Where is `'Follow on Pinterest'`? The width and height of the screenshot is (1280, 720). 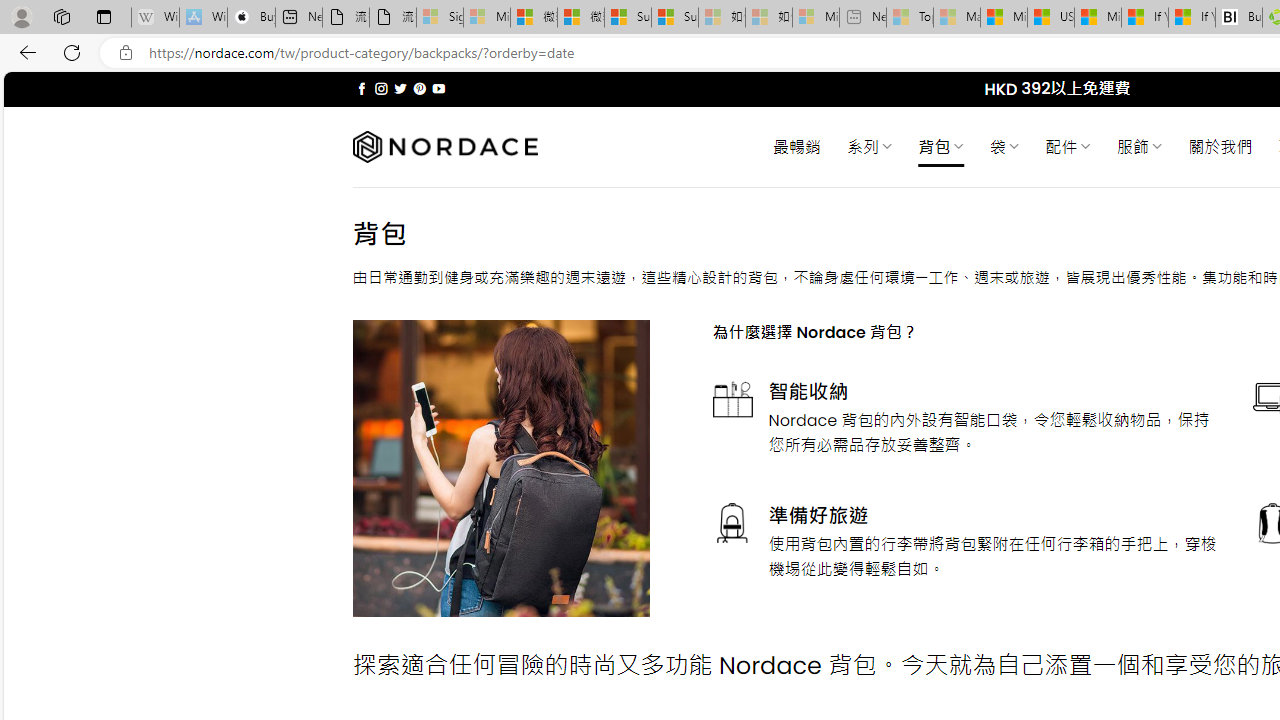
'Follow on Pinterest' is located at coordinates (418, 88).